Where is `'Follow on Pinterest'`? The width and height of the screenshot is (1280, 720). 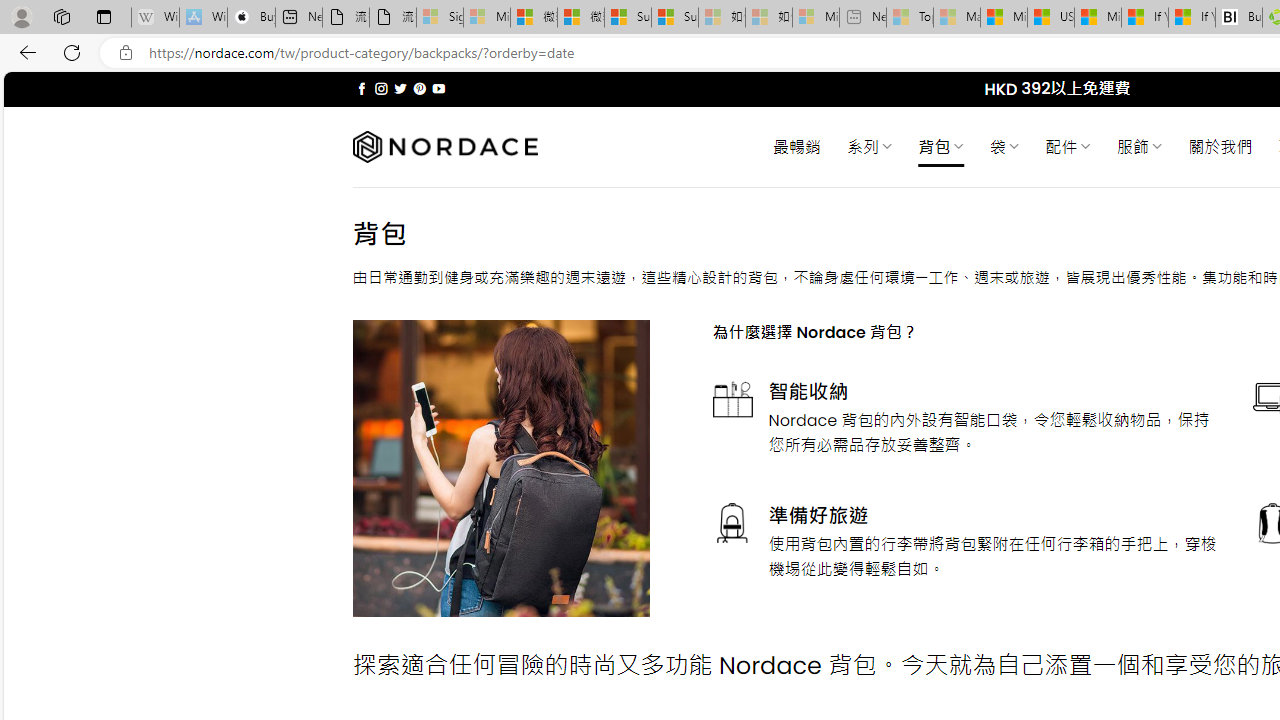
'Follow on Pinterest' is located at coordinates (418, 88).